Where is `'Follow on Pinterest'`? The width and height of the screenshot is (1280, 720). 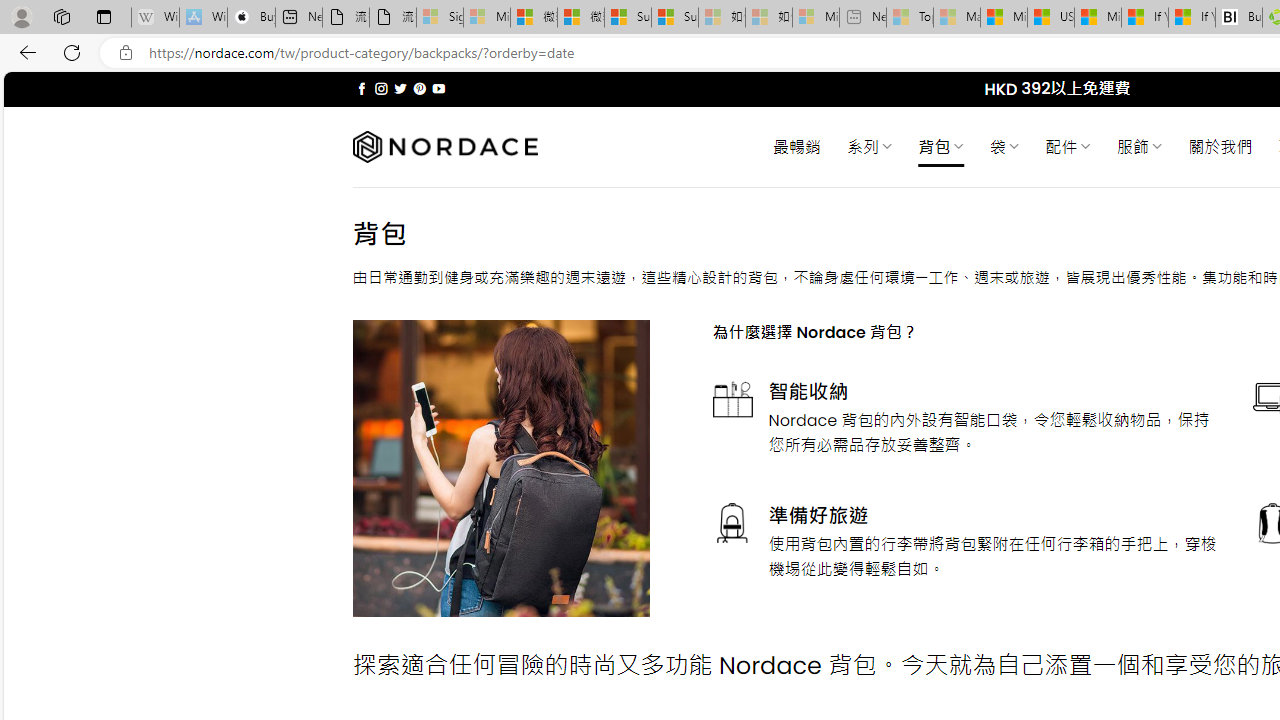
'Follow on Pinterest' is located at coordinates (418, 88).